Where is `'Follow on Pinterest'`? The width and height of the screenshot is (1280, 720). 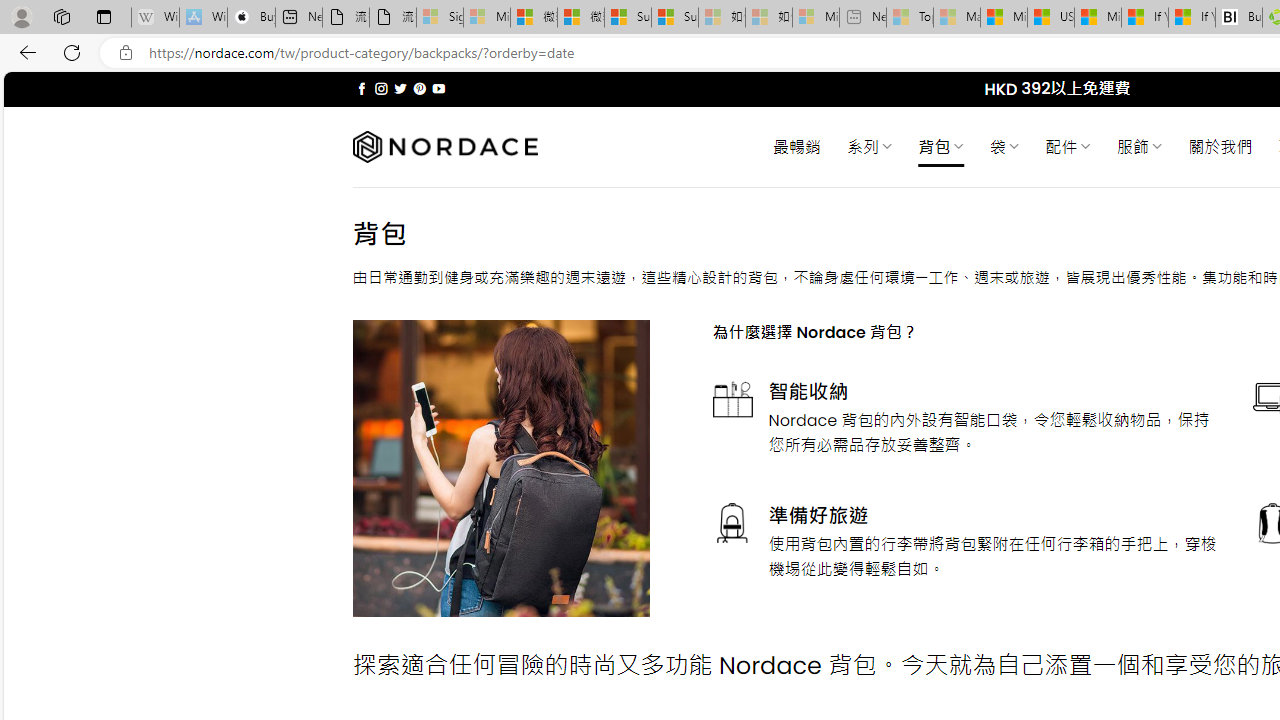
'Follow on Pinterest' is located at coordinates (418, 88).